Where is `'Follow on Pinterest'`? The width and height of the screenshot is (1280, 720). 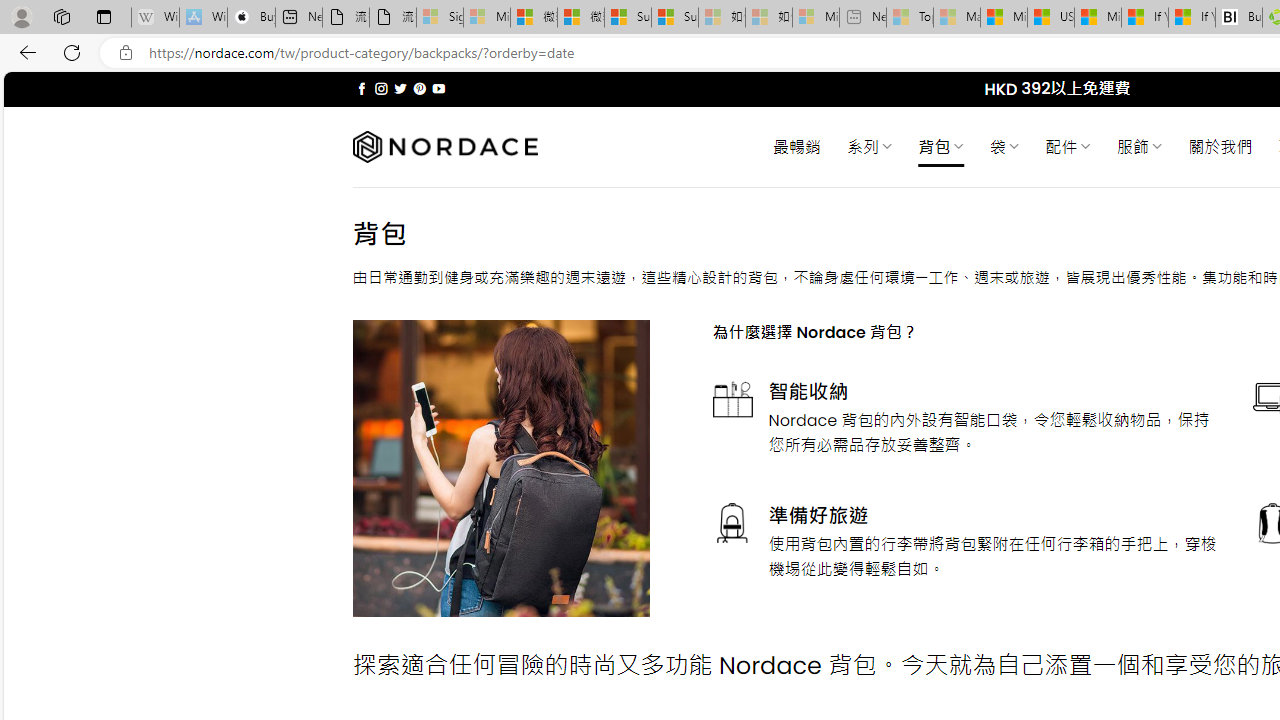
'Follow on Pinterest' is located at coordinates (418, 88).